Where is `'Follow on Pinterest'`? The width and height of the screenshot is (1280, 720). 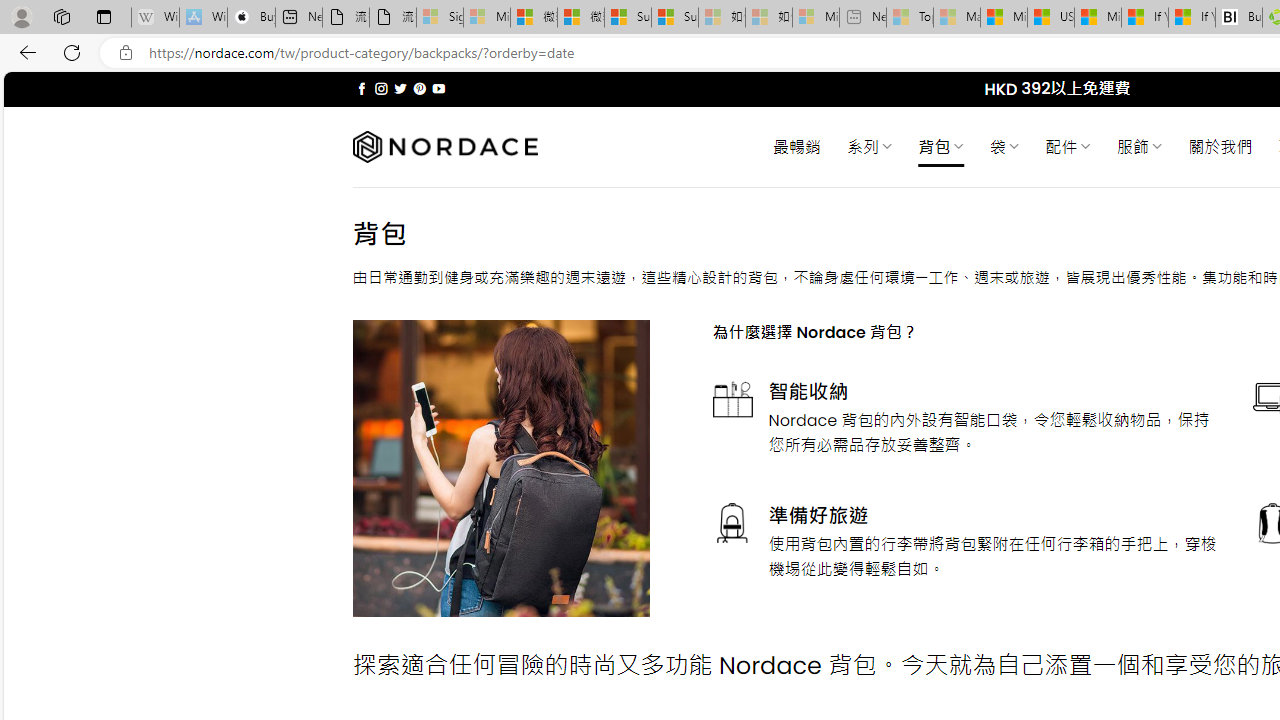
'Follow on Pinterest' is located at coordinates (418, 88).